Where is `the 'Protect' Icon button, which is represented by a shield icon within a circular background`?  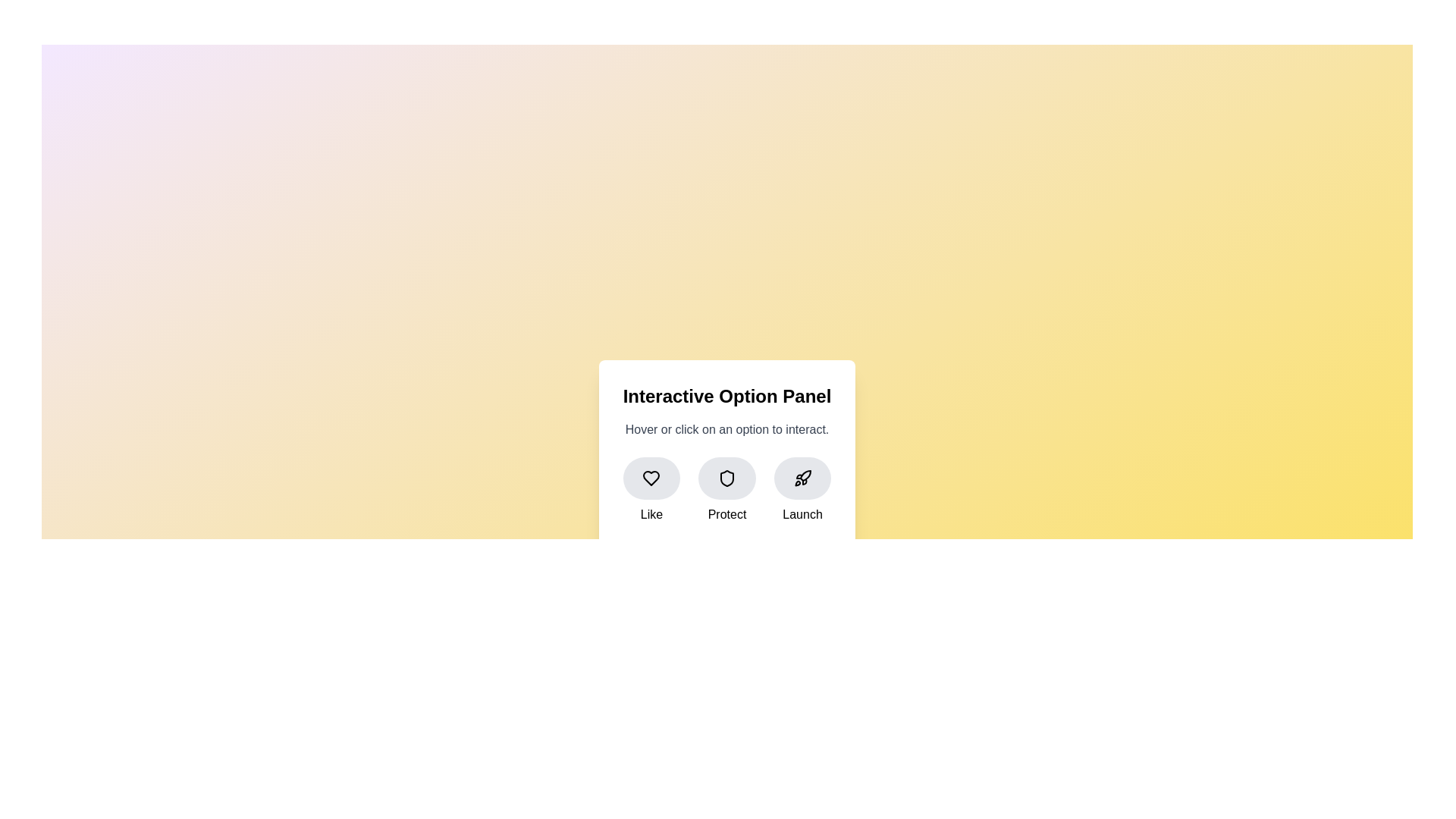
the 'Protect' Icon button, which is represented by a shield icon within a circular background is located at coordinates (726, 491).